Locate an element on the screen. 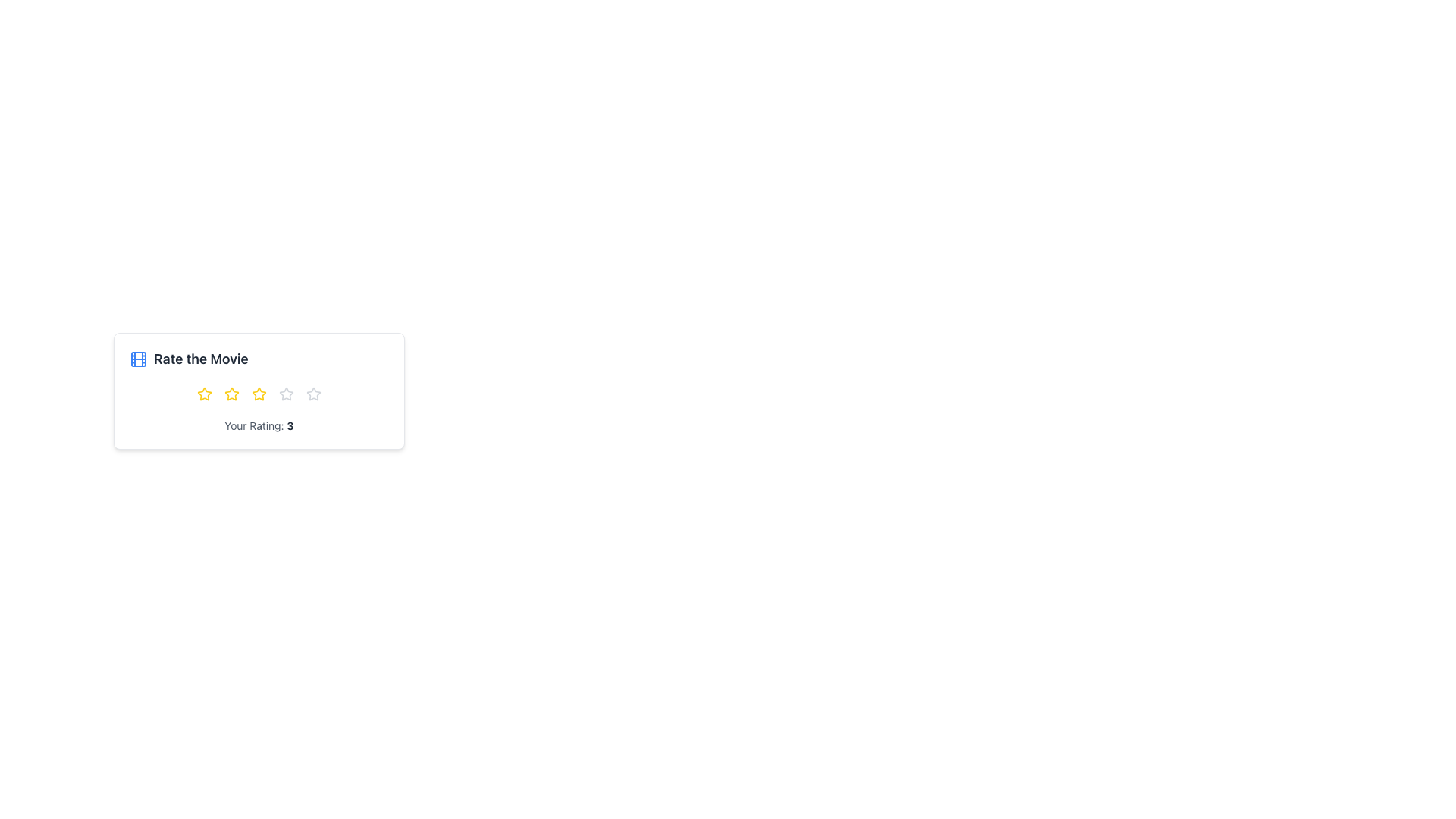 The image size is (1456, 819). the third star icon for movie ratings is located at coordinates (259, 394).